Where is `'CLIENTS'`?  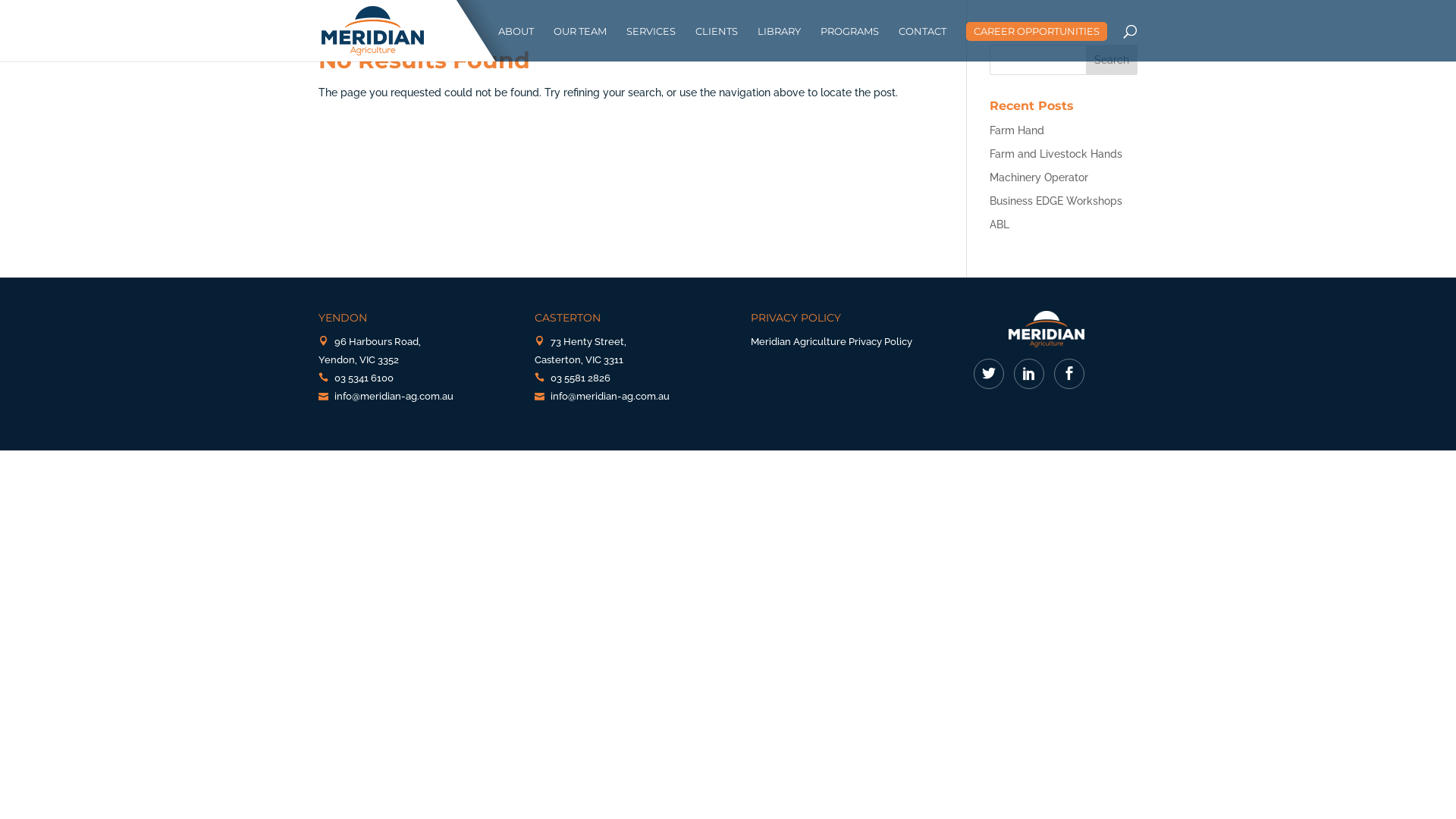 'CLIENTS' is located at coordinates (716, 42).